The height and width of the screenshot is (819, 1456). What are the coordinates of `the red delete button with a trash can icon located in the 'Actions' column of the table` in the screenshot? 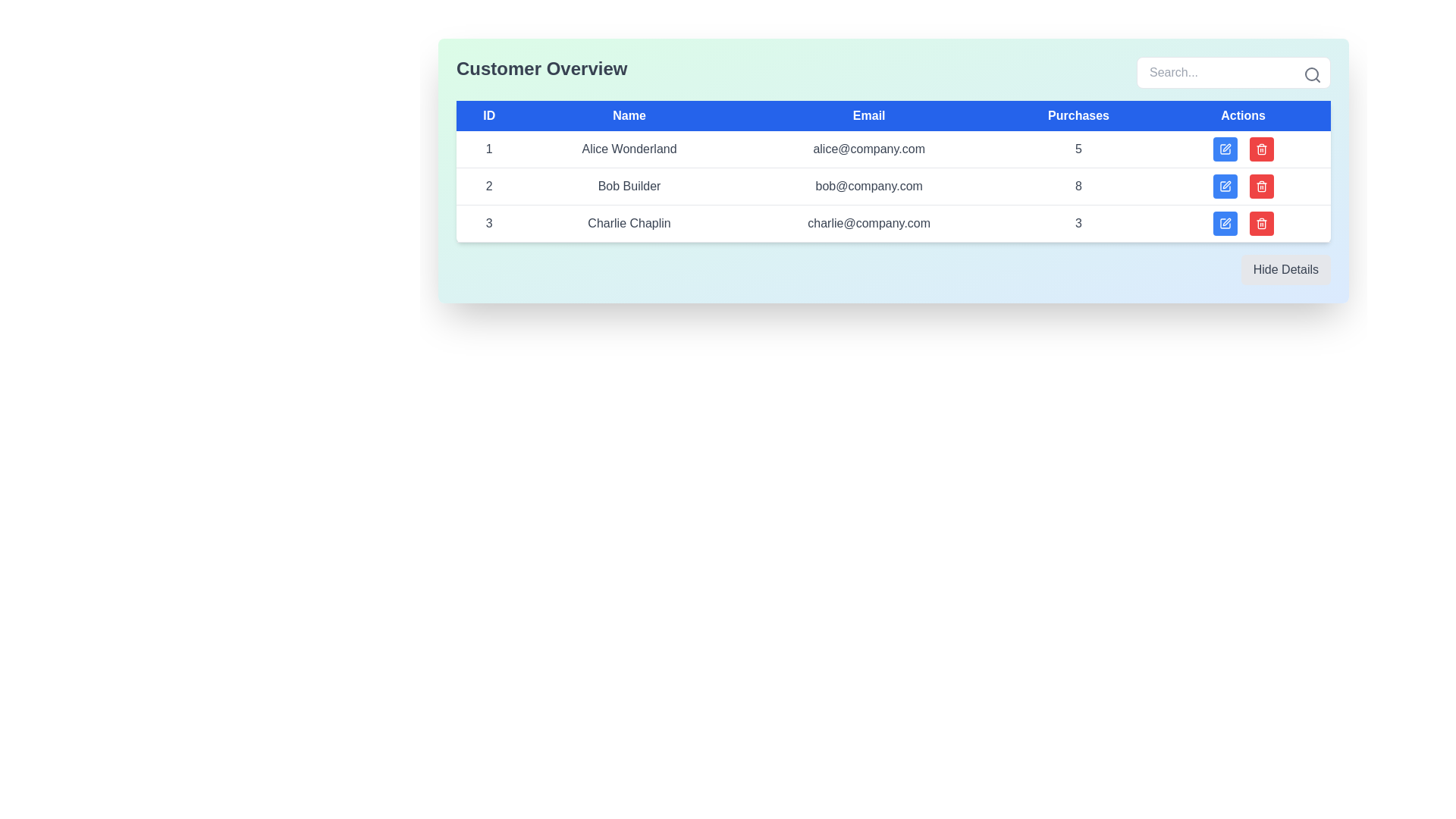 It's located at (1261, 186).